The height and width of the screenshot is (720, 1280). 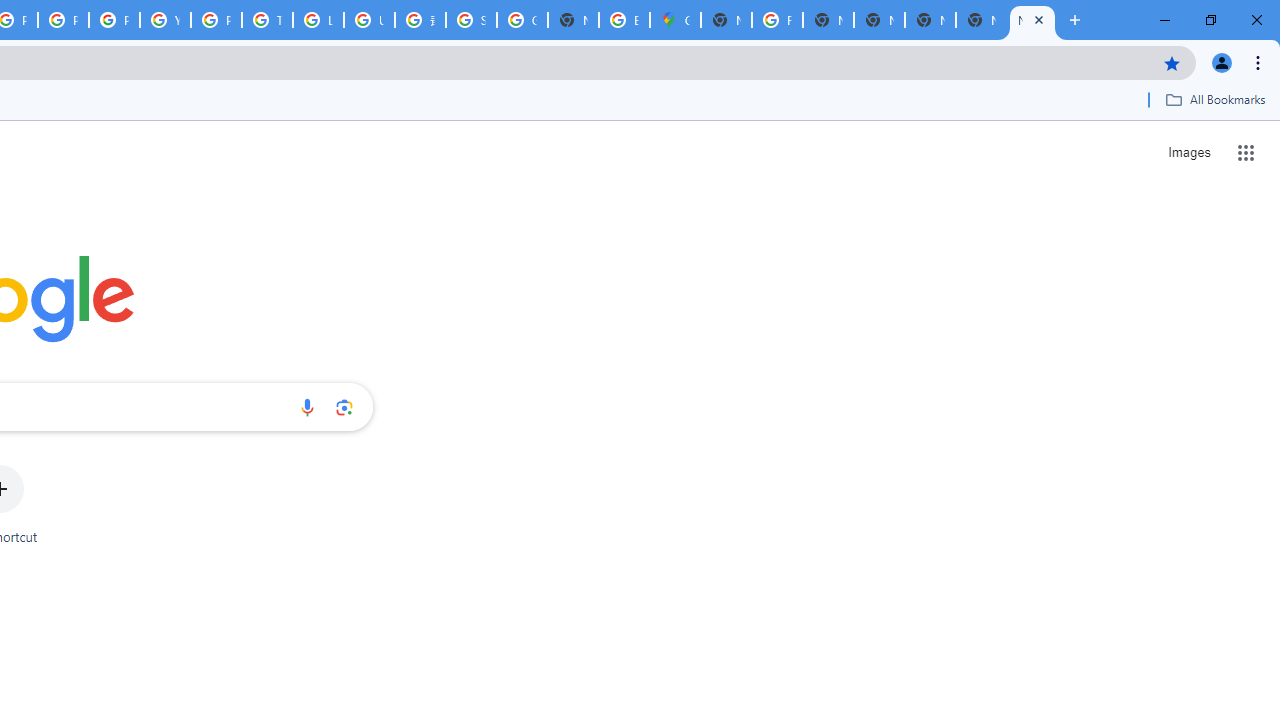 What do you see at coordinates (344, 406) in the screenshot?
I see `'Search by image'` at bounding box center [344, 406].